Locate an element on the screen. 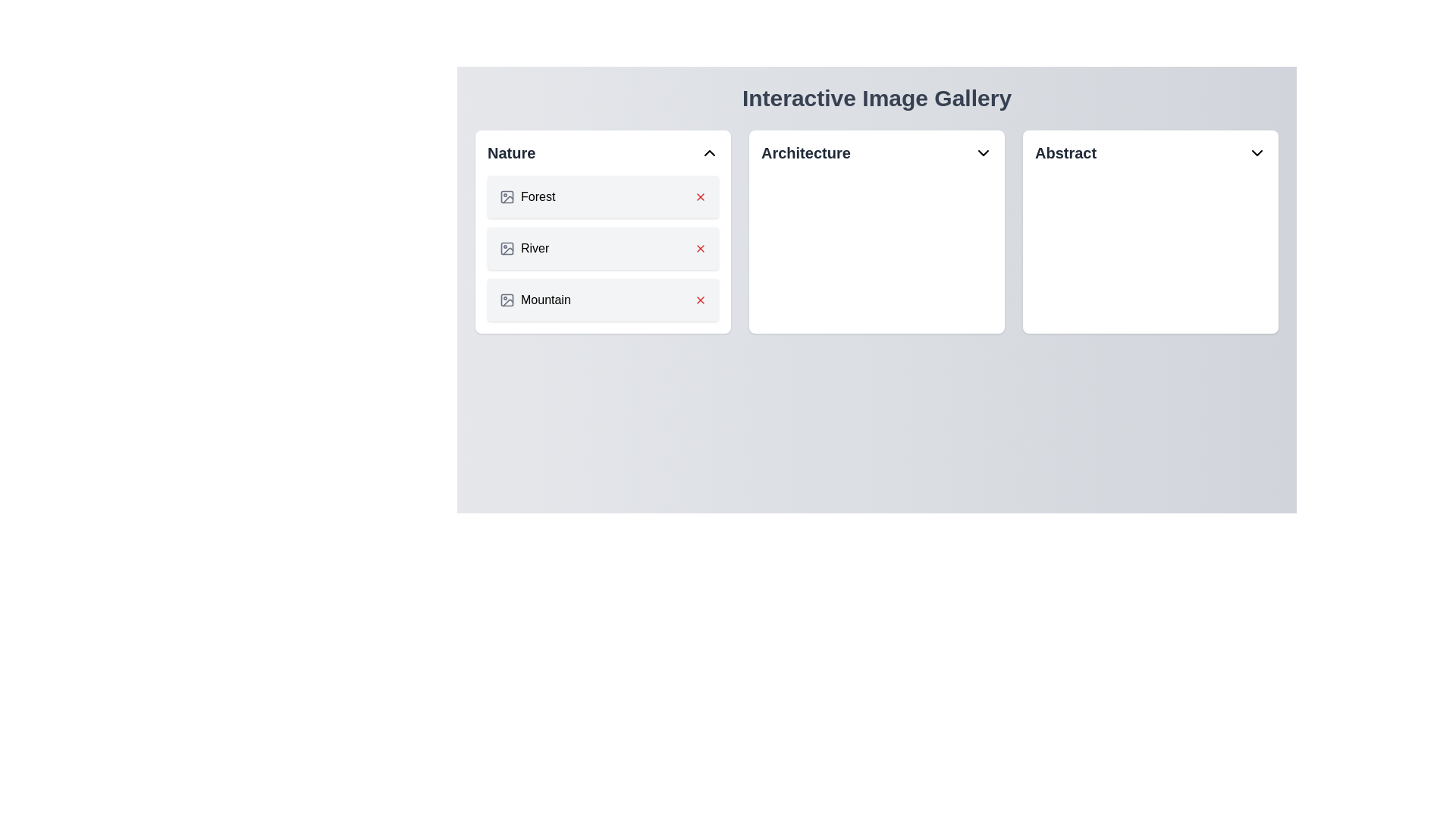 The image size is (1456, 819). the text label displaying 'Mountain', which is the third item in the 'Nature' category list, located below the 'River' item is located at coordinates (546, 300).